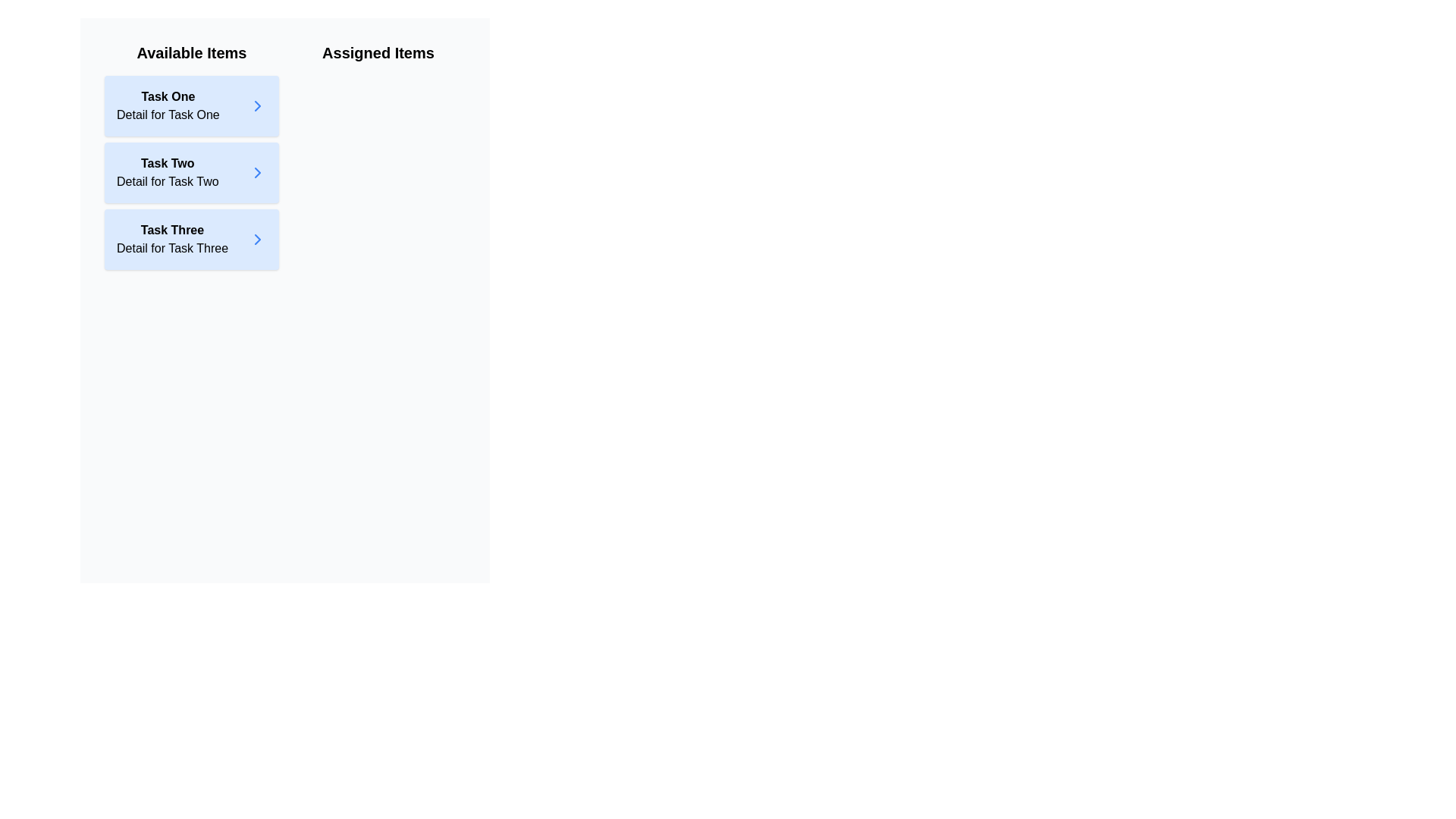 This screenshot has width=1456, height=819. What do you see at coordinates (258, 239) in the screenshot?
I see `right arrow icon next to the item 'Task Three' in the 'Available Items' list to move it to the 'Assigned Items' list` at bounding box center [258, 239].